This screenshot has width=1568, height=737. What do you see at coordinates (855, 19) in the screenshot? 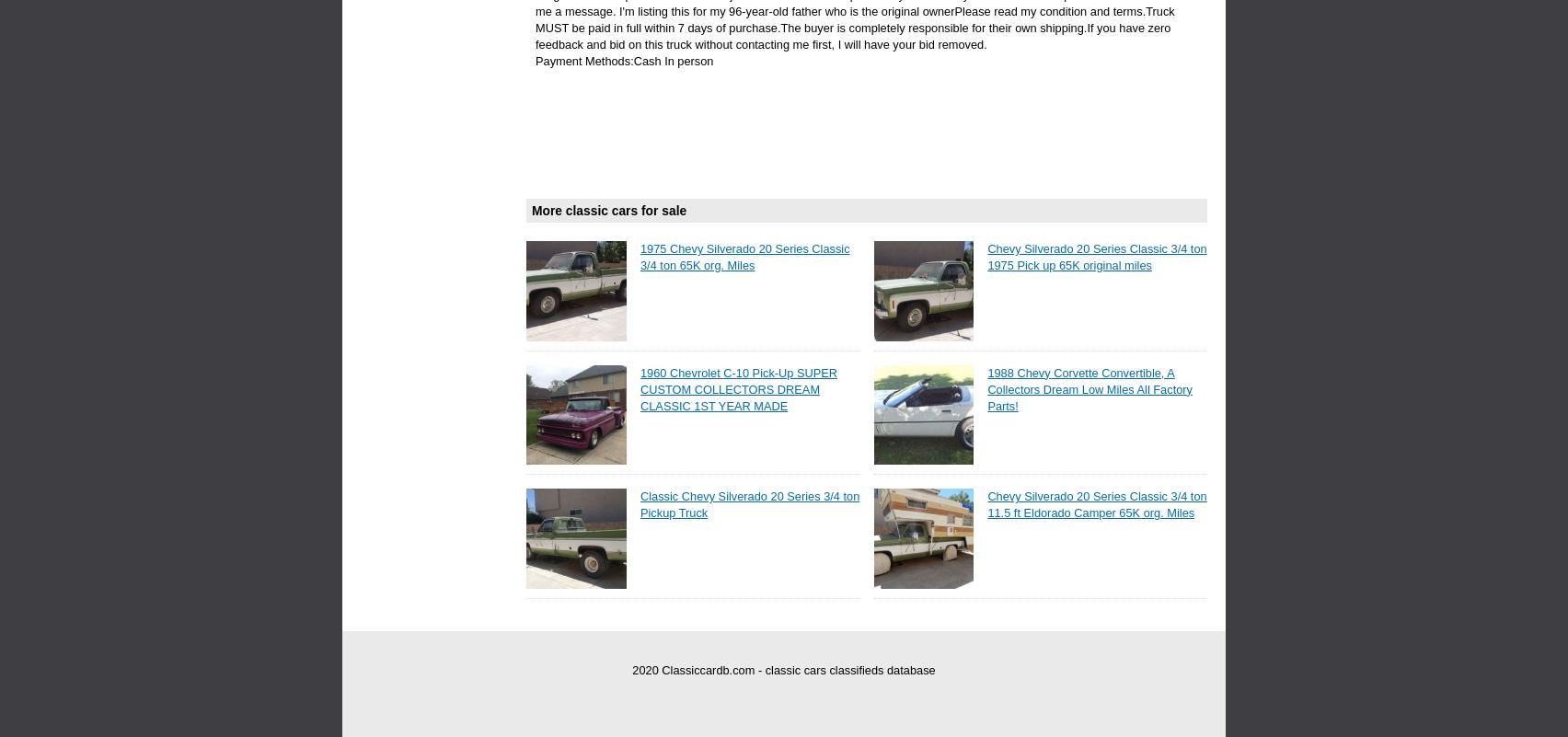
I see `'Truck MUST be paid in full within 7 days of purchase.'` at bounding box center [855, 19].